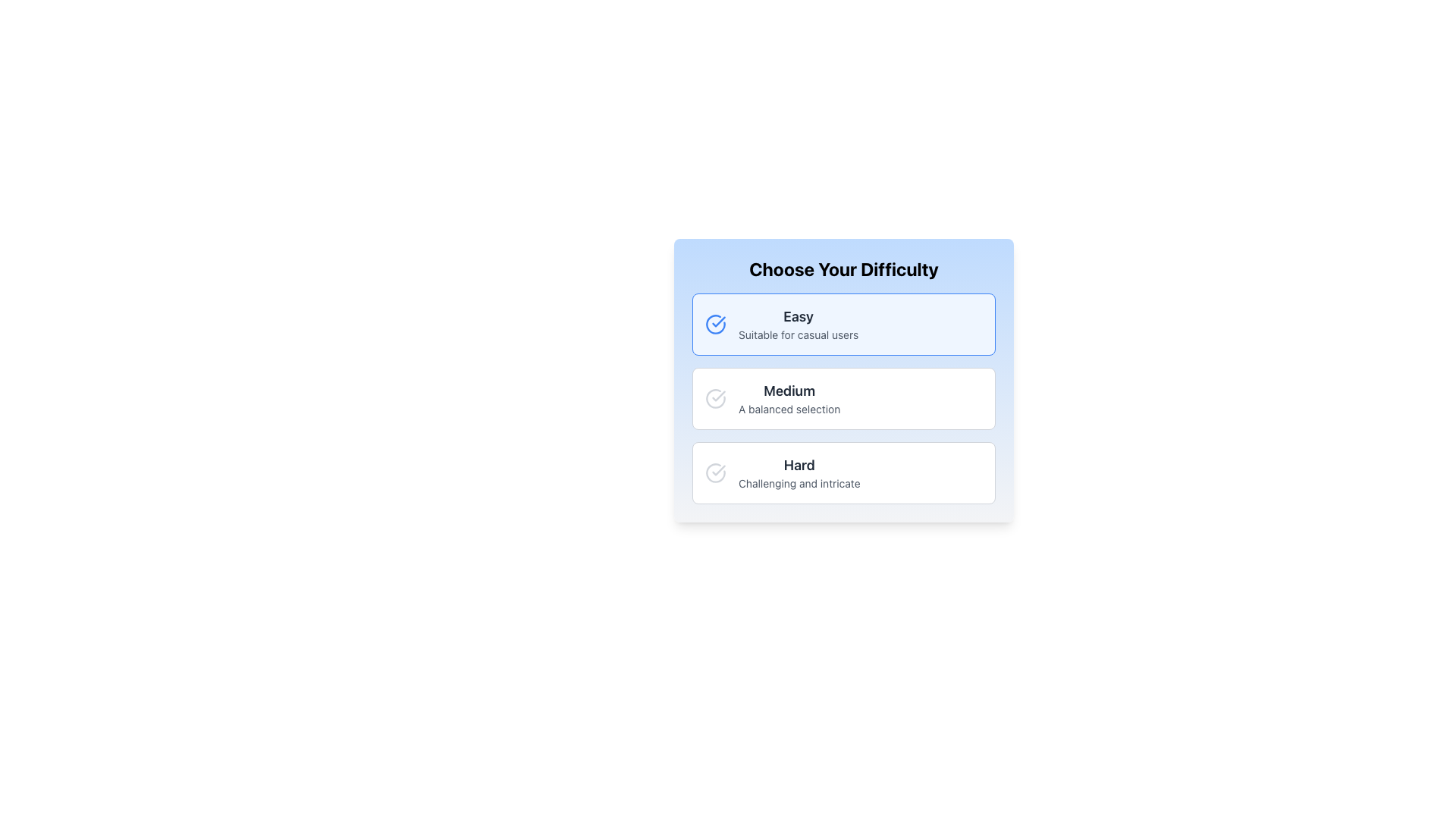  I want to click on the 'Easy' level Card component, which is the first option in a vertically stacked set of three cards in the selection interface, so click(843, 324).